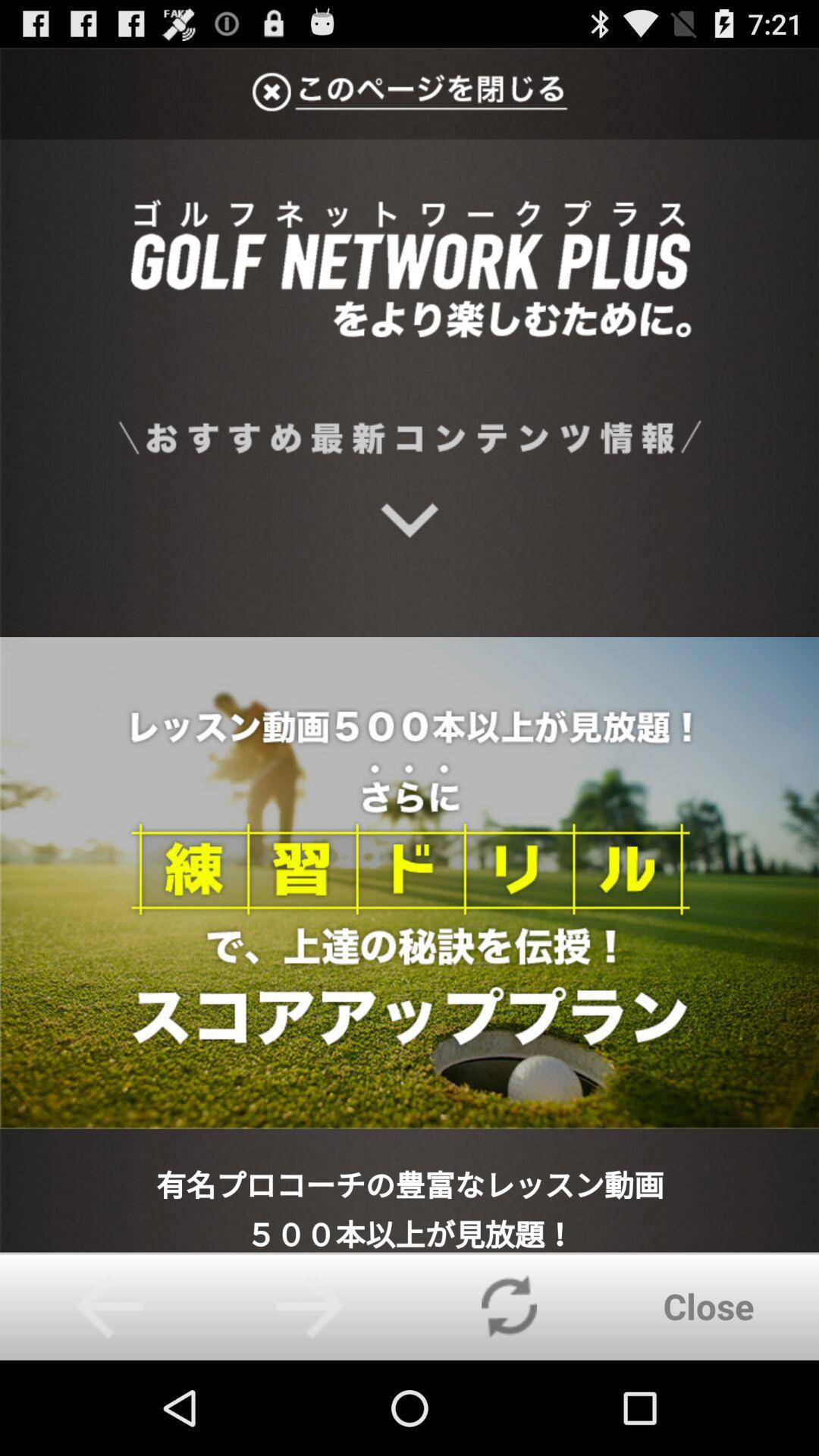  Describe the element at coordinates (409, 650) in the screenshot. I see `opens webpage of displayed advertisement` at that location.